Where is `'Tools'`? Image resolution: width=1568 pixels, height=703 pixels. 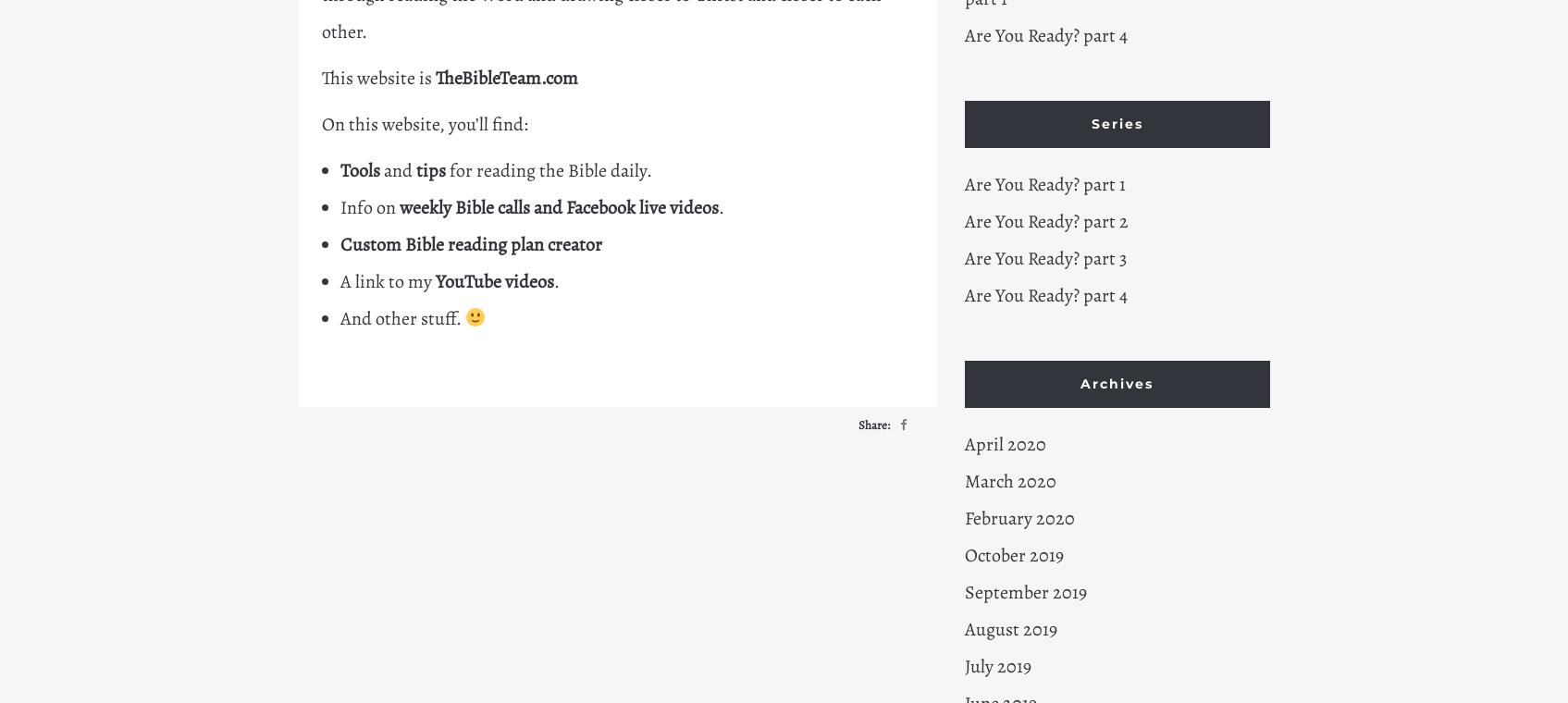 'Tools' is located at coordinates (358, 170).